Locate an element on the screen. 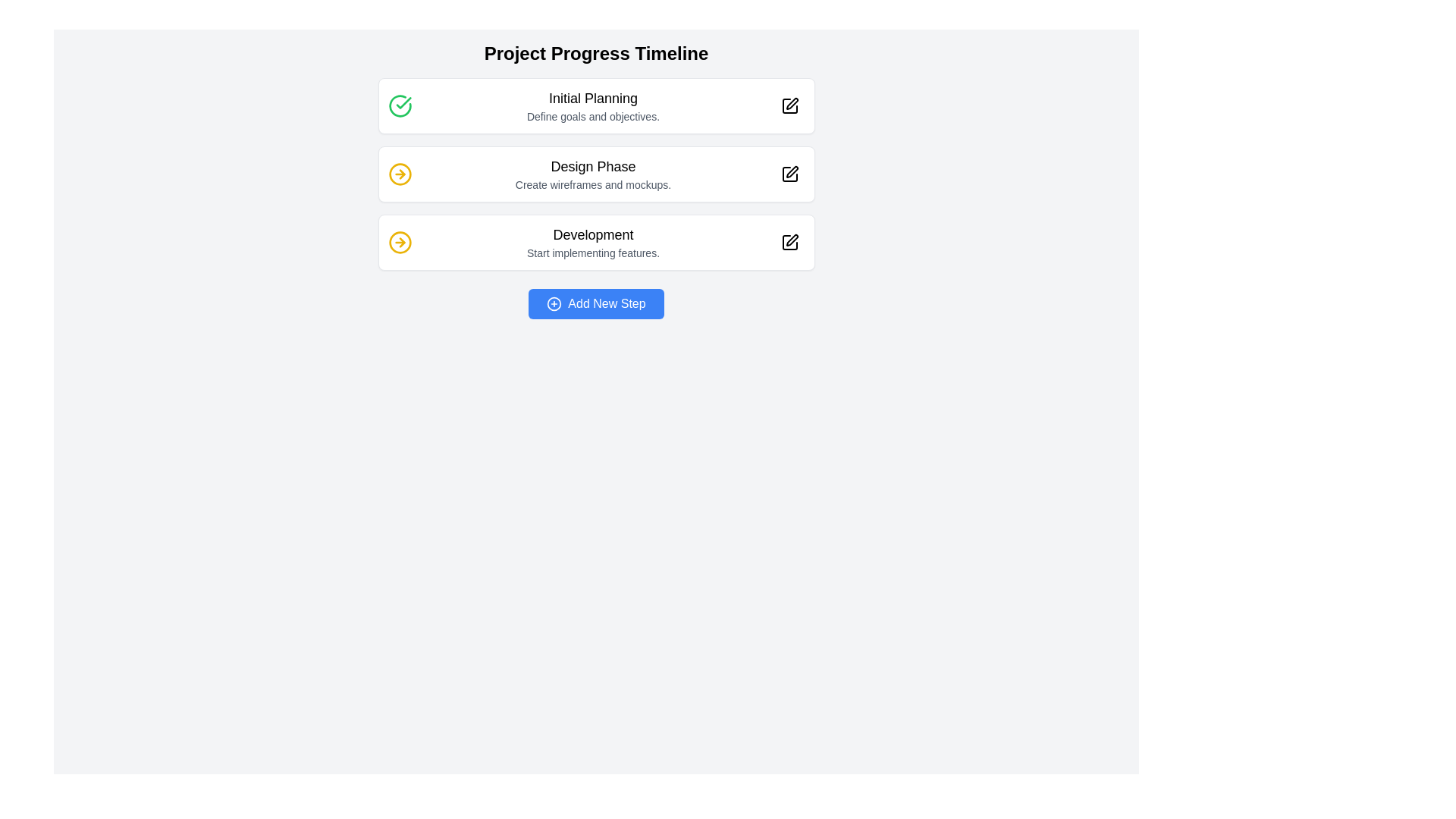  the static text element that describes the objectives associated with the 'Initial Planning' step in the timeline, located directly beneath the 'Initial Planning' text is located at coordinates (592, 116).